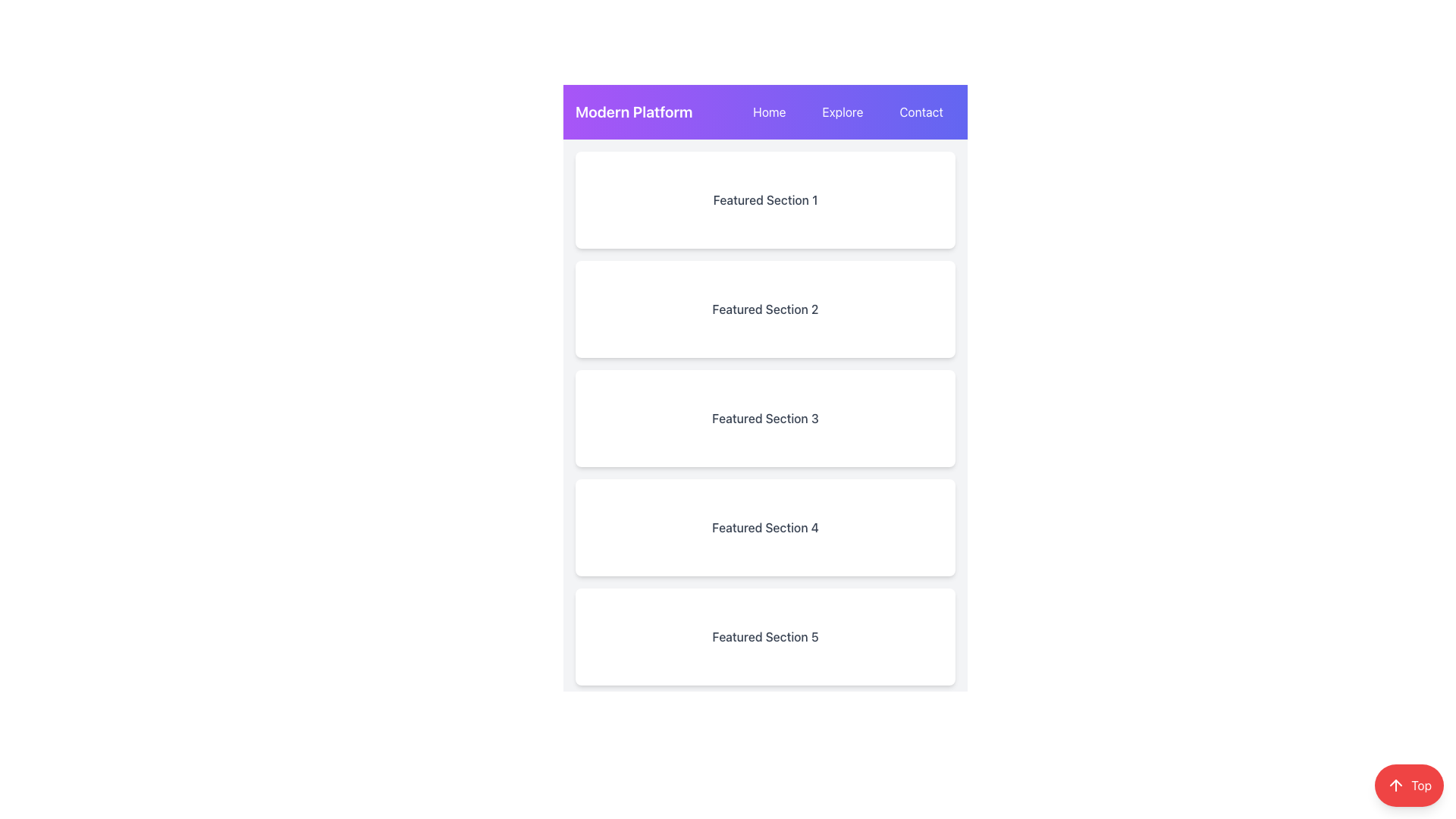 Image resolution: width=1456 pixels, height=819 pixels. I want to click on the 'Home' text button, which is styled with white text on a purple background, so click(769, 111).